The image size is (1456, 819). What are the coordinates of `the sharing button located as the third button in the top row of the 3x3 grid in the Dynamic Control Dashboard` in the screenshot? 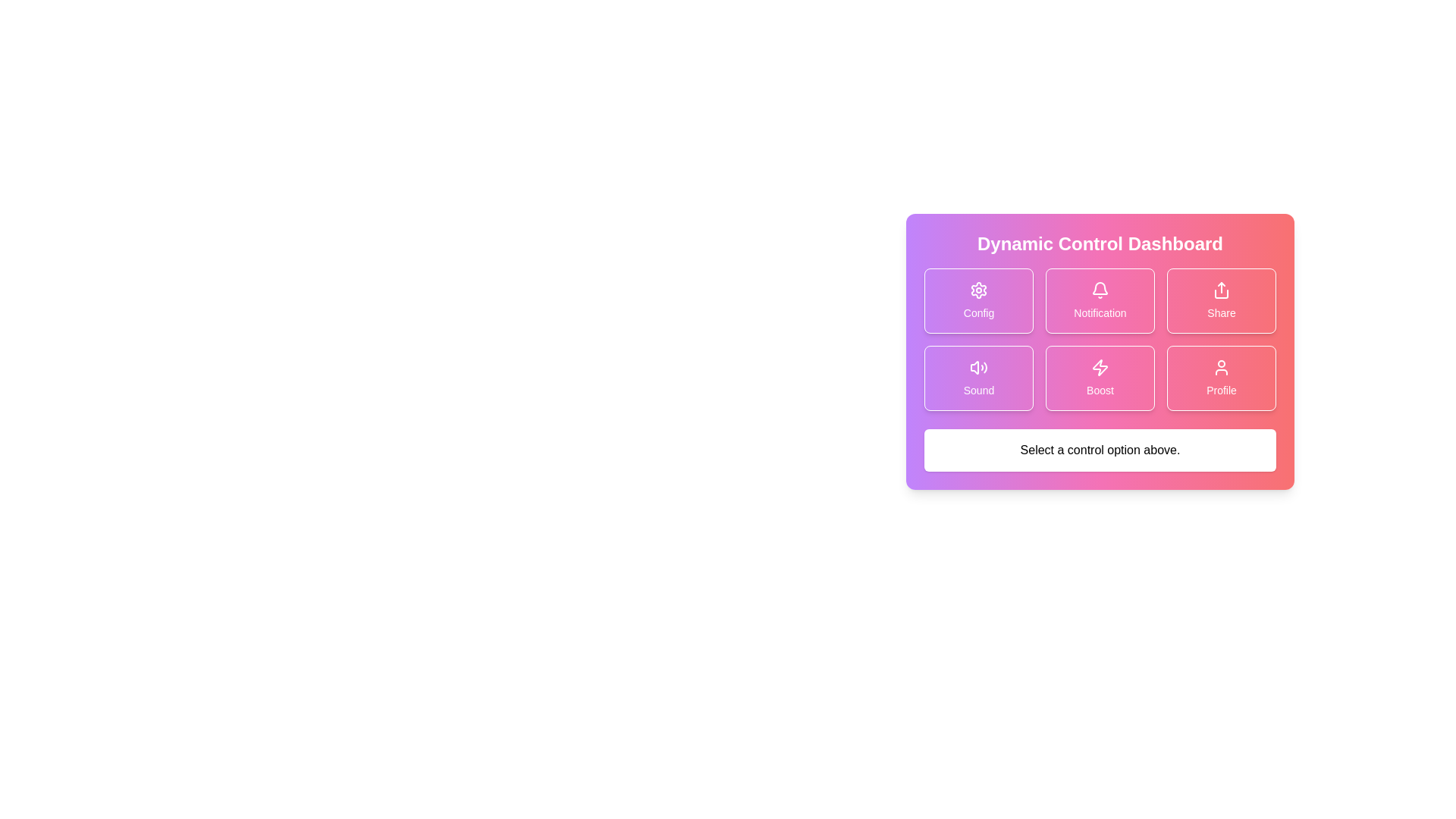 It's located at (1222, 301).